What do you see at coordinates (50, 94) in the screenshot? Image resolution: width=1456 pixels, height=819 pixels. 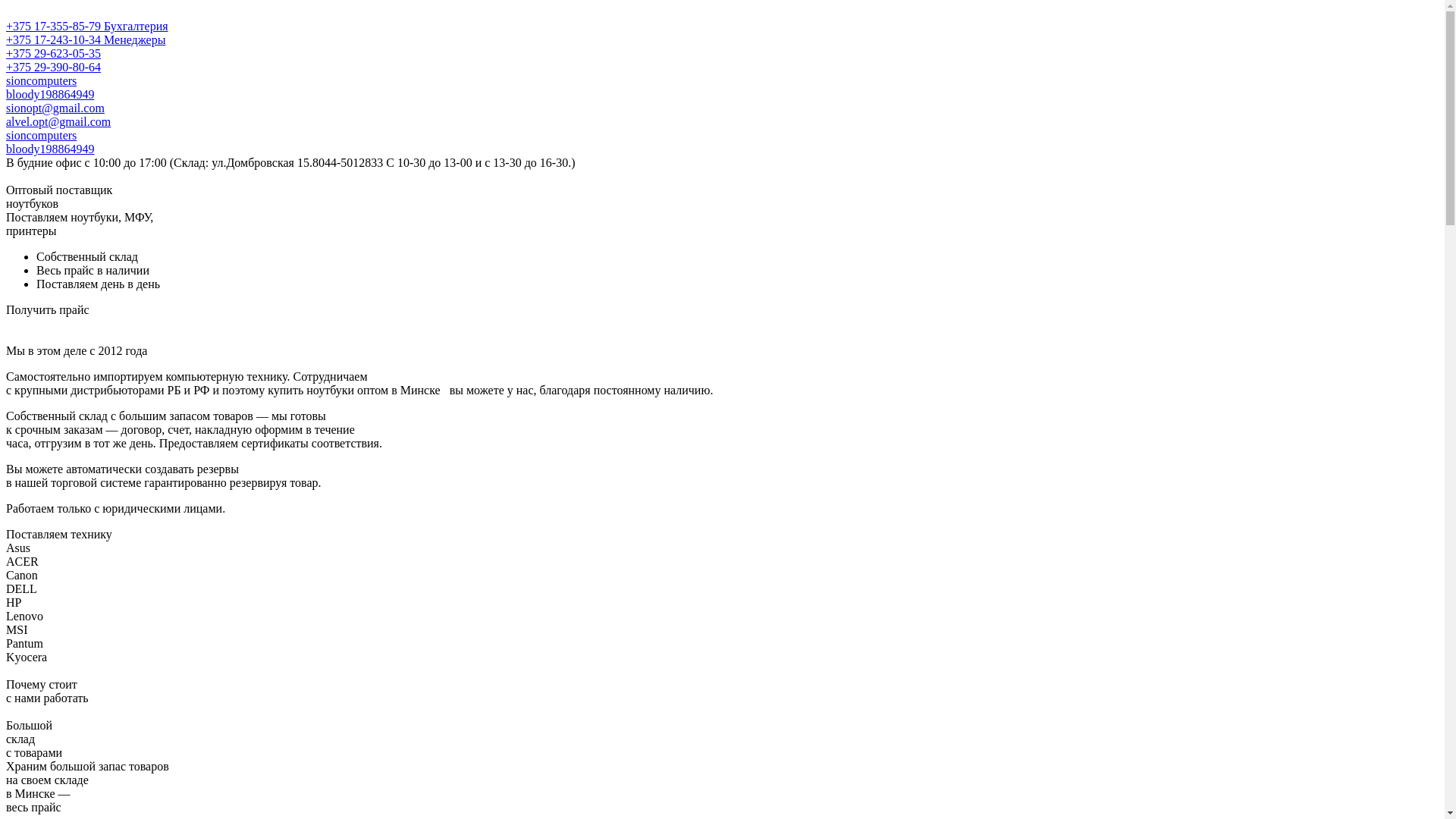 I see `'bloody198864949'` at bounding box center [50, 94].